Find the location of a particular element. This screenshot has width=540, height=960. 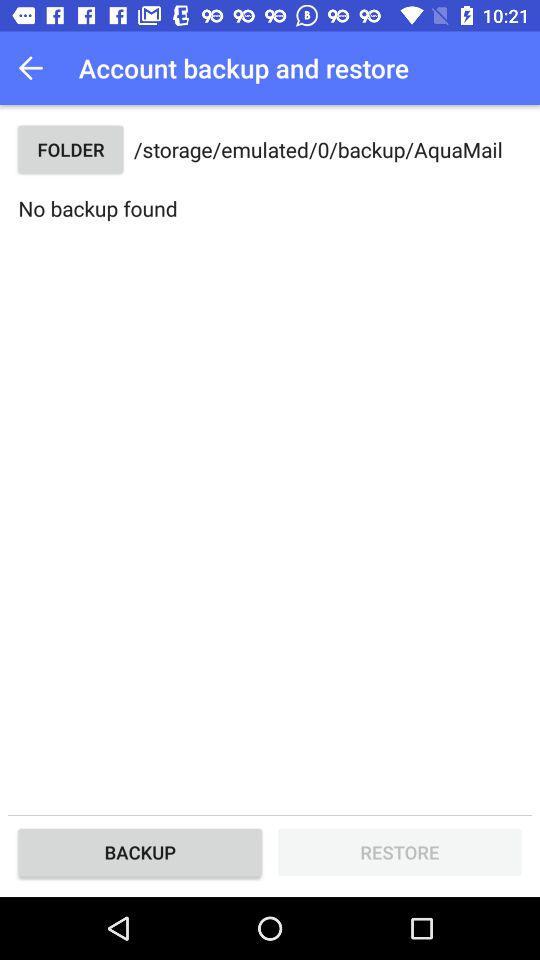

the item to the left of the storage emulated 0 icon is located at coordinates (69, 148).